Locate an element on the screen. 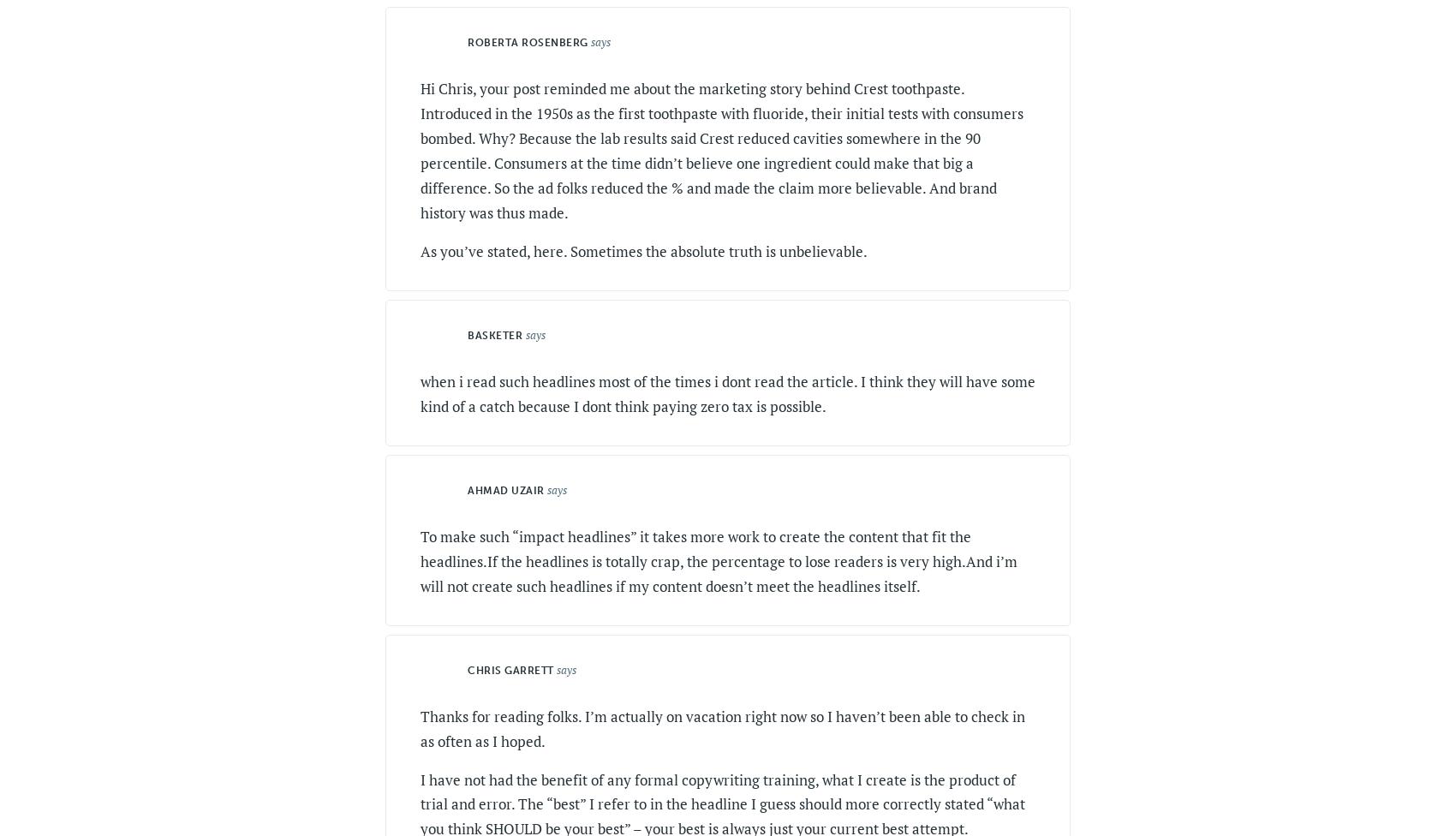 This screenshot has height=836, width=1456. 'Hi Chris, your post reminded me about the marketing story behind Crest toothpaste. Introduced in the 1950s as the first toothpaste with fluoride, their initial tests with consumers bombed. Why? Because the lab results said Crest reduced cavities somewhere in the 90 percentile. Consumers at the time didn’t believe one ingredient could make that big a difference. So the ad folks reduced the % and made the claim more believable. And brand history was thus made.' is located at coordinates (721, 149).